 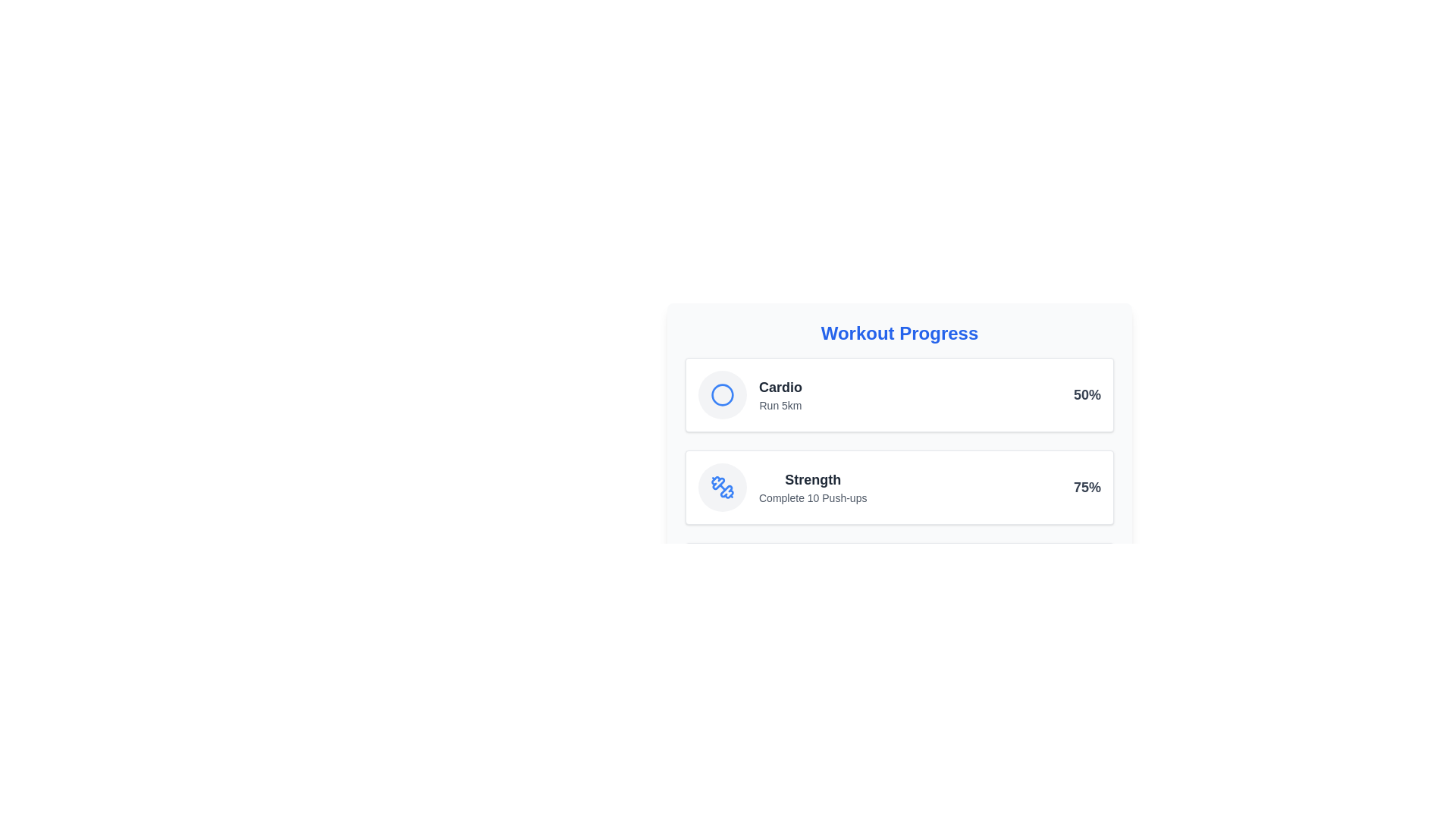 What do you see at coordinates (899, 394) in the screenshot?
I see `the Card item that displays 'Cardio' and 'Run 5km' with a percentage of '50%' on the right, which is the first item in the 'Workout Progress' list` at bounding box center [899, 394].